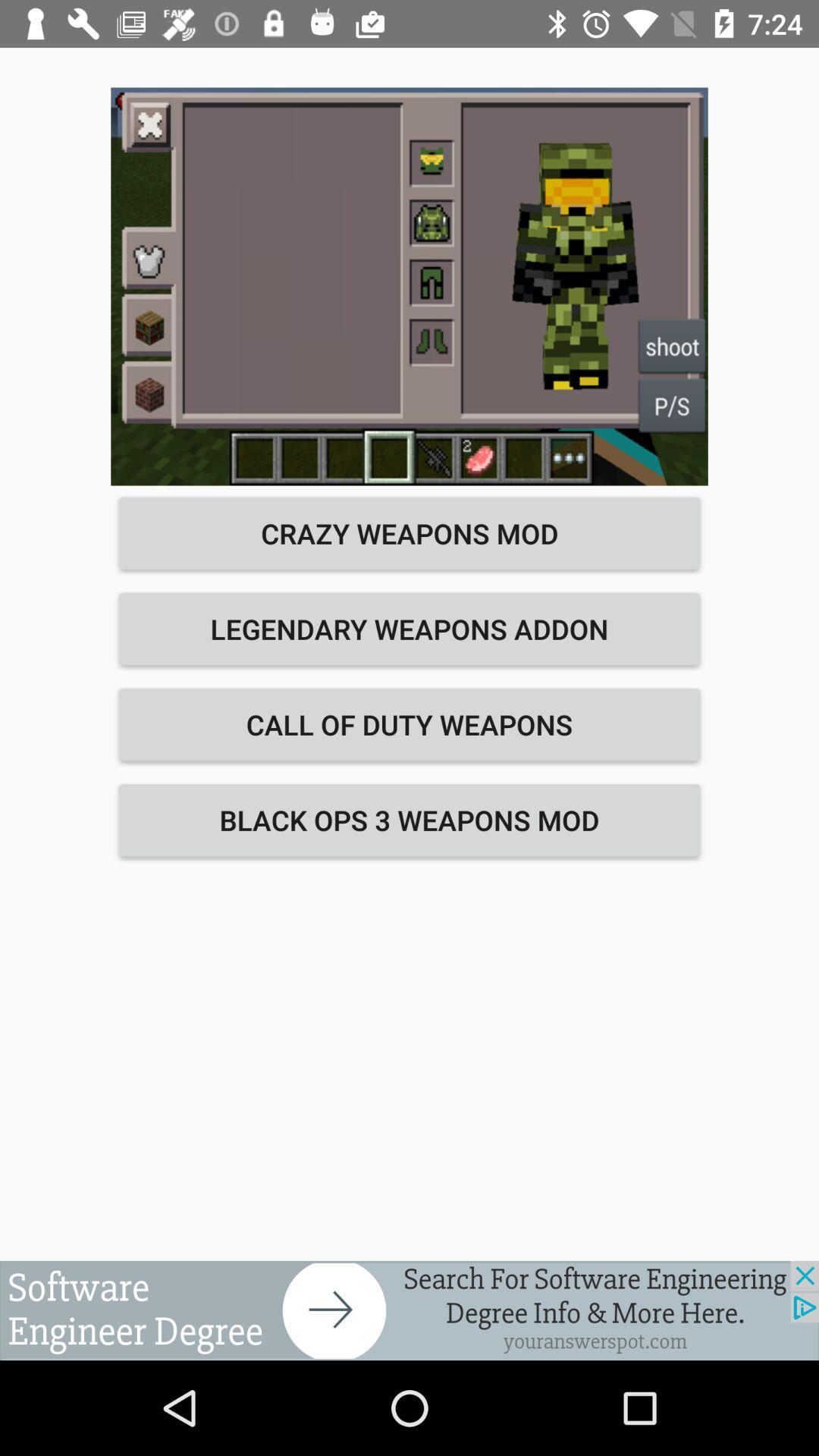 This screenshot has width=819, height=1456. Describe the element at coordinates (409, 1310) in the screenshot. I see `this site` at that location.